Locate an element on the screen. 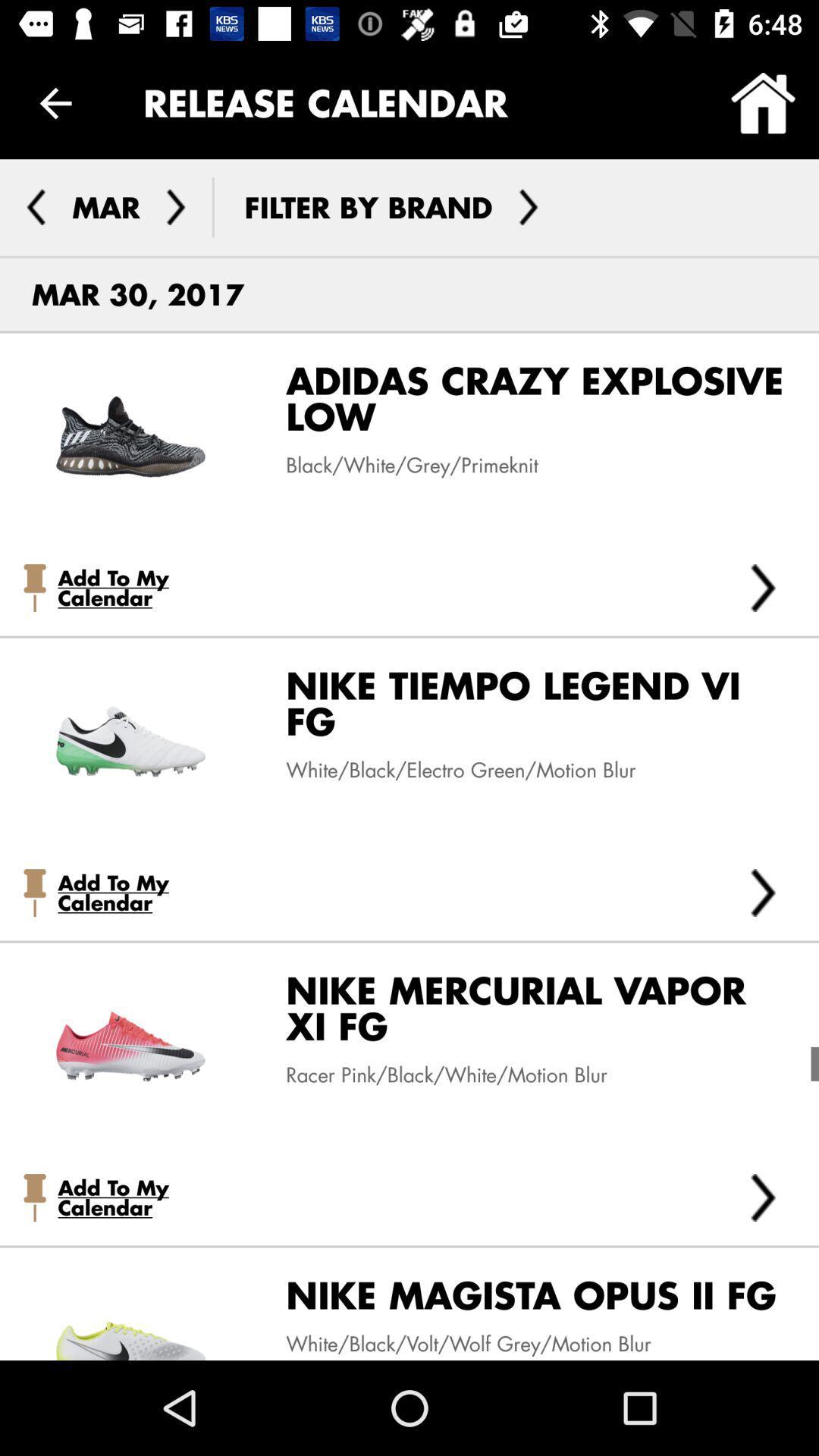 The height and width of the screenshot is (1456, 819). racer pink black is located at coordinates (435, 1074).